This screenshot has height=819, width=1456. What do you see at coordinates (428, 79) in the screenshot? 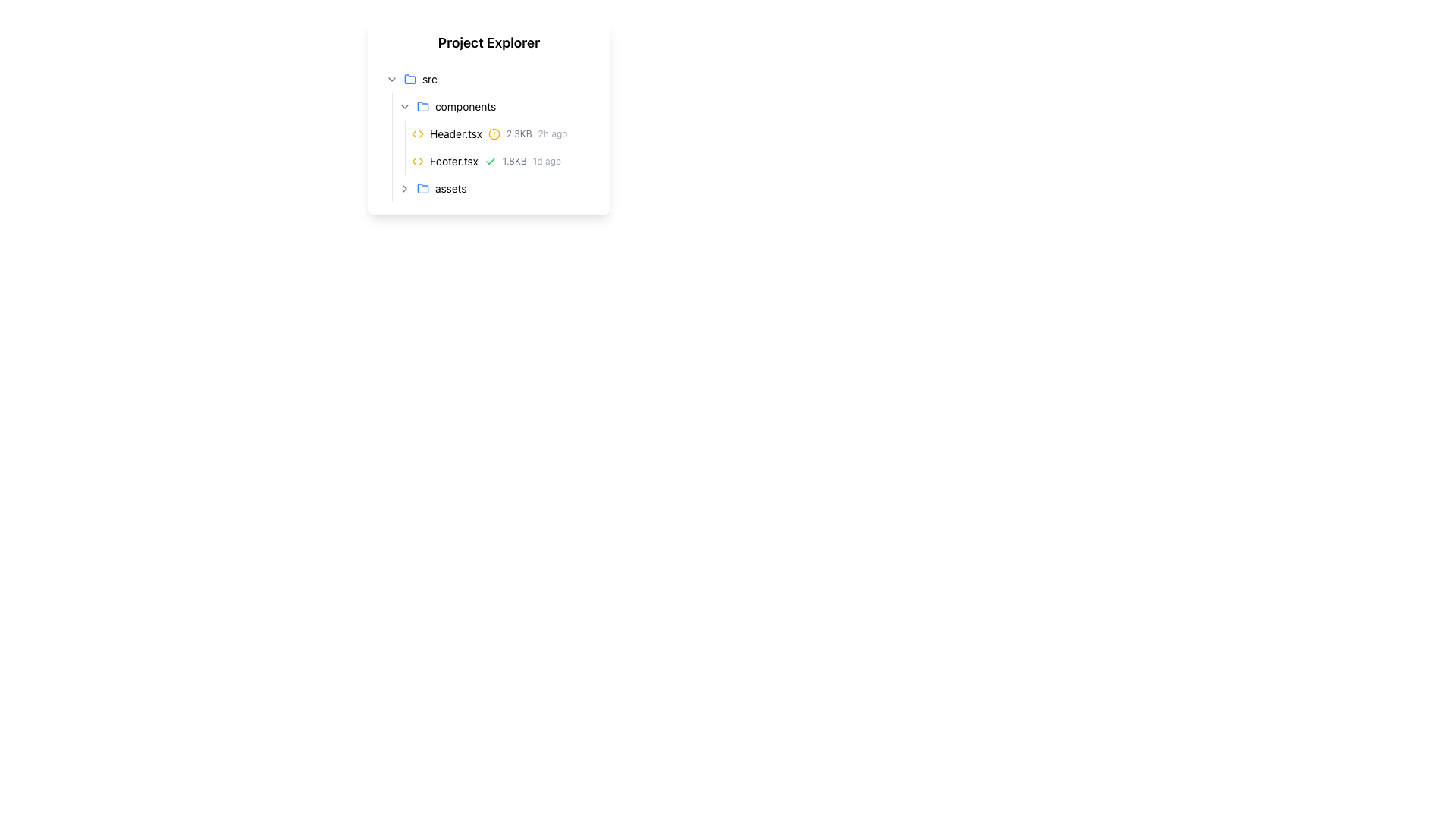
I see `the text label element displaying 'src', which is positioned centrally within a horizontal group of elements, located under the 'Project Explorer' label` at bounding box center [428, 79].